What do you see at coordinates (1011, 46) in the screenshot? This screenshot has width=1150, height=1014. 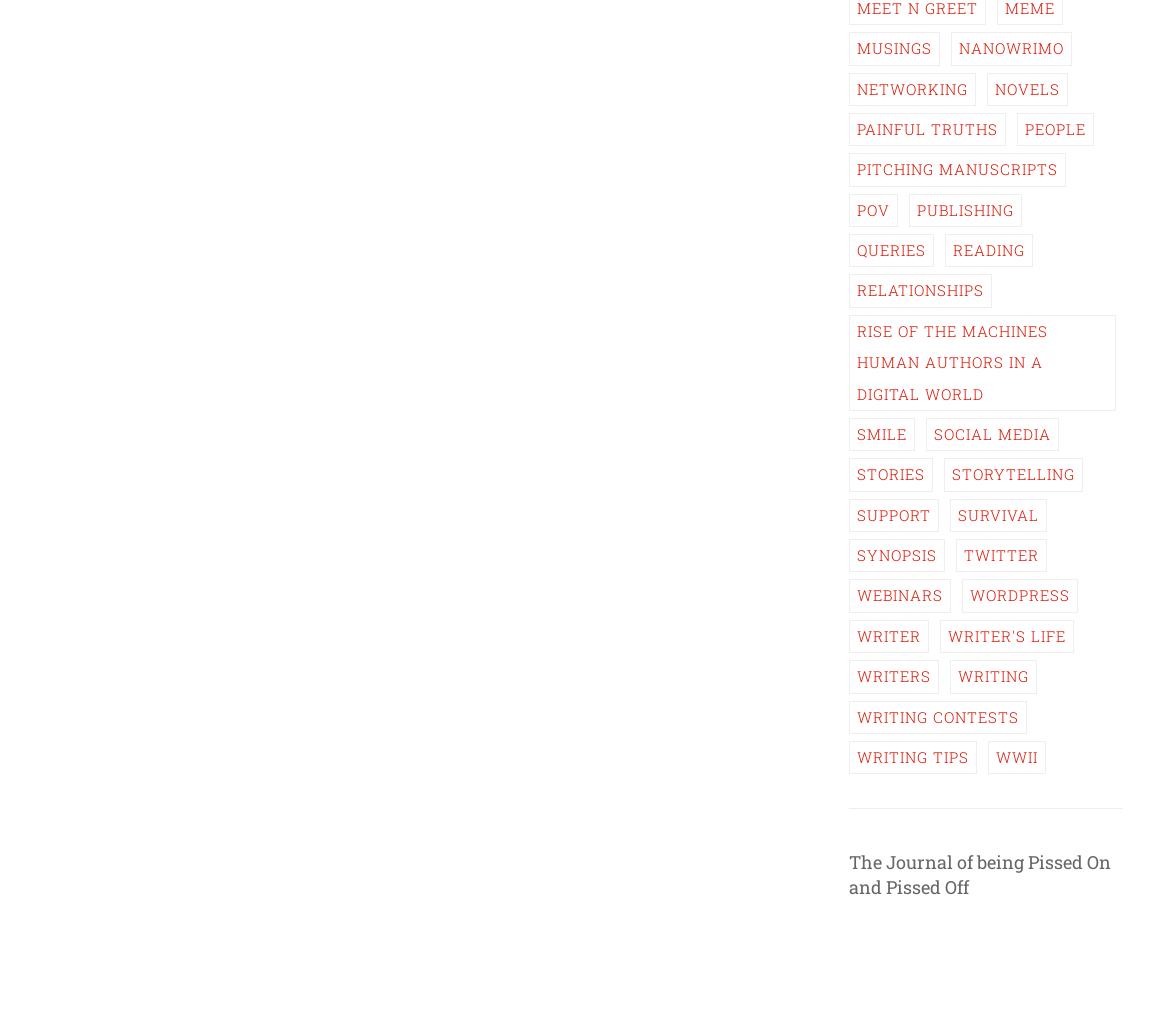 I see `'NaNoWriMo'` at bounding box center [1011, 46].